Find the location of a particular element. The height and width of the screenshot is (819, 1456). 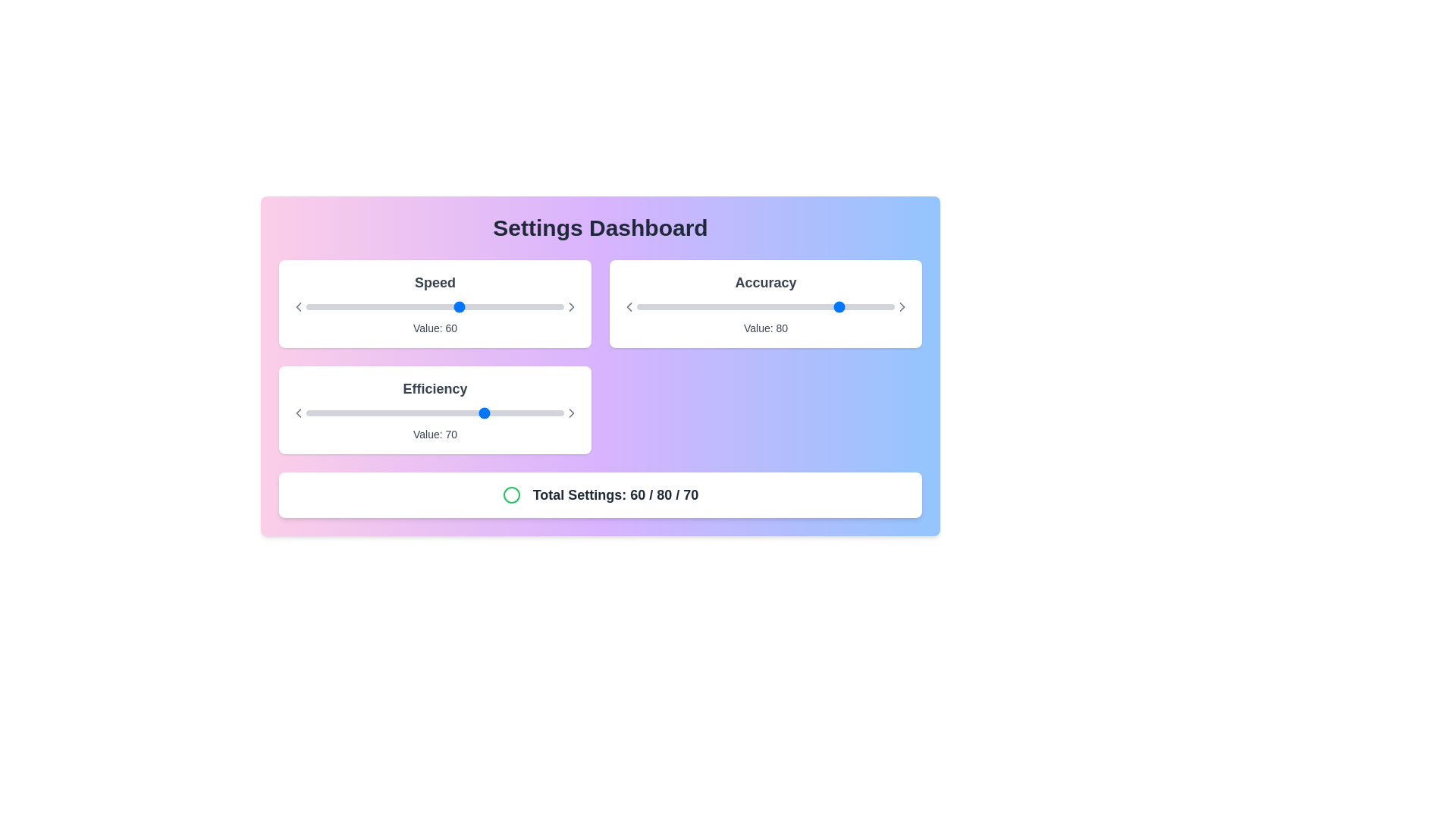

the slider is located at coordinates (525, 307).